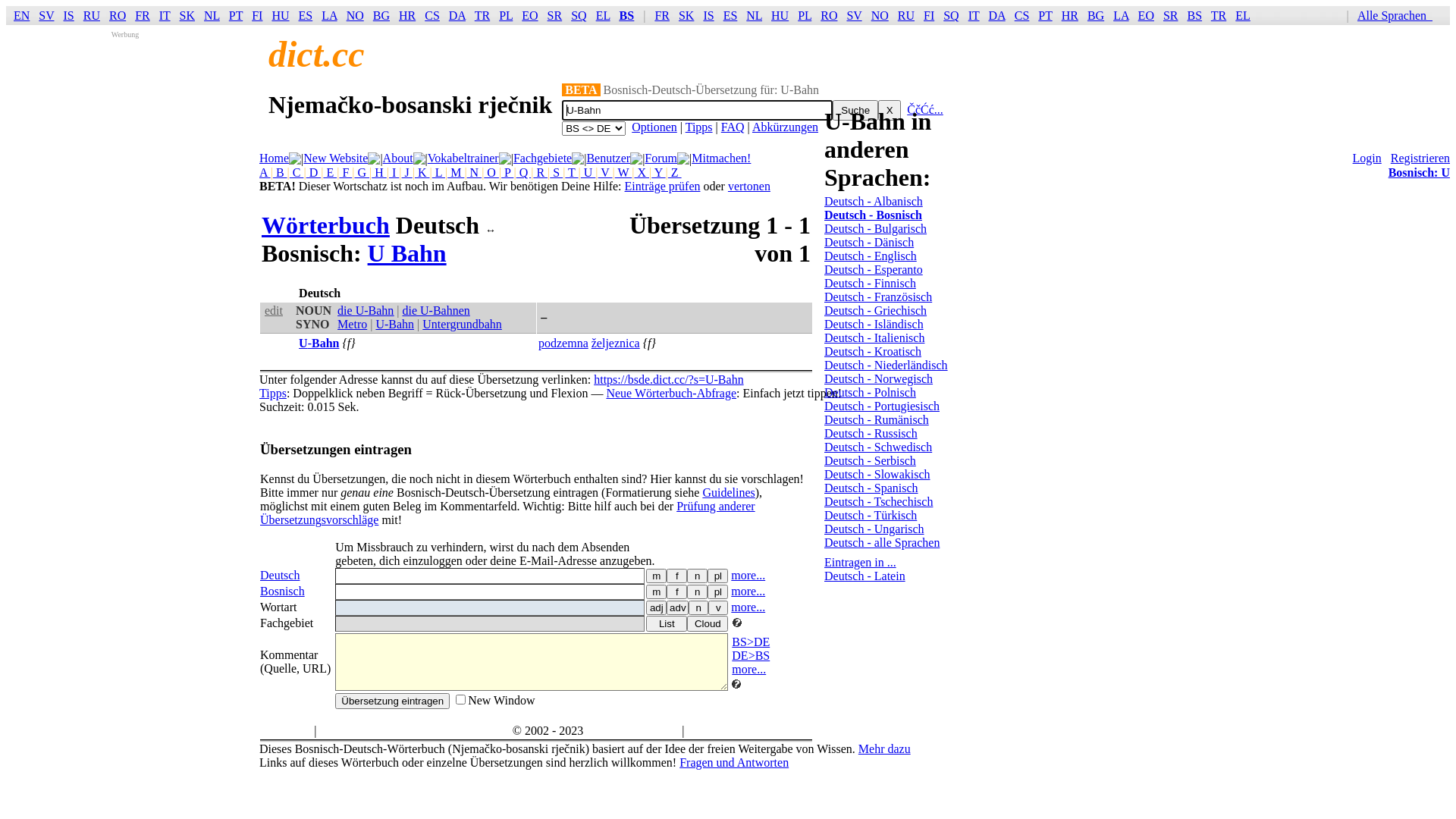 The width and height of the screenshot is (1456, 819). Describe the element at coordinates (329, 171) in the screenshot. I see `'E'` at that location.